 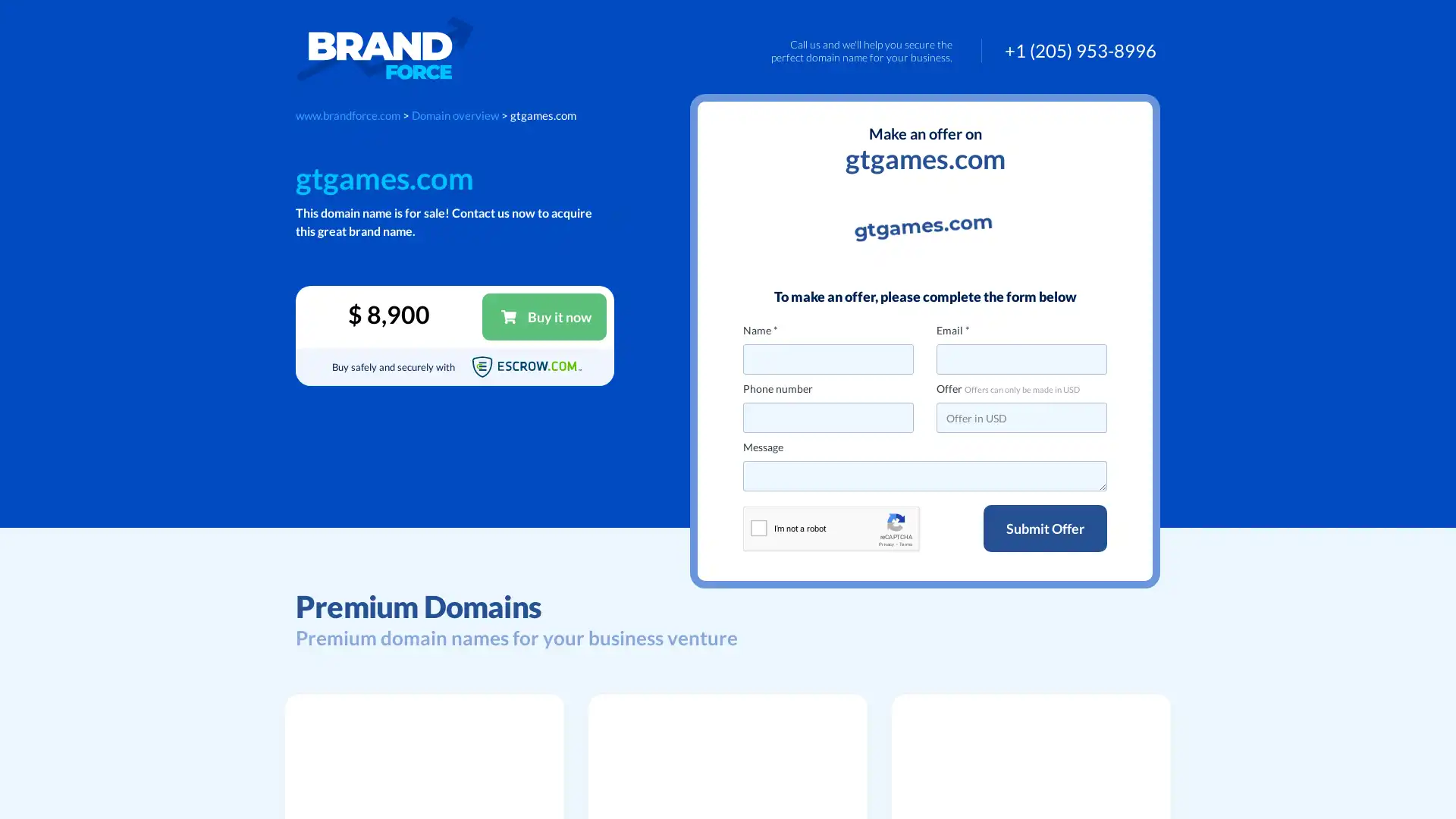 I want to click on Submit offer, so click(x=1044, y=528).